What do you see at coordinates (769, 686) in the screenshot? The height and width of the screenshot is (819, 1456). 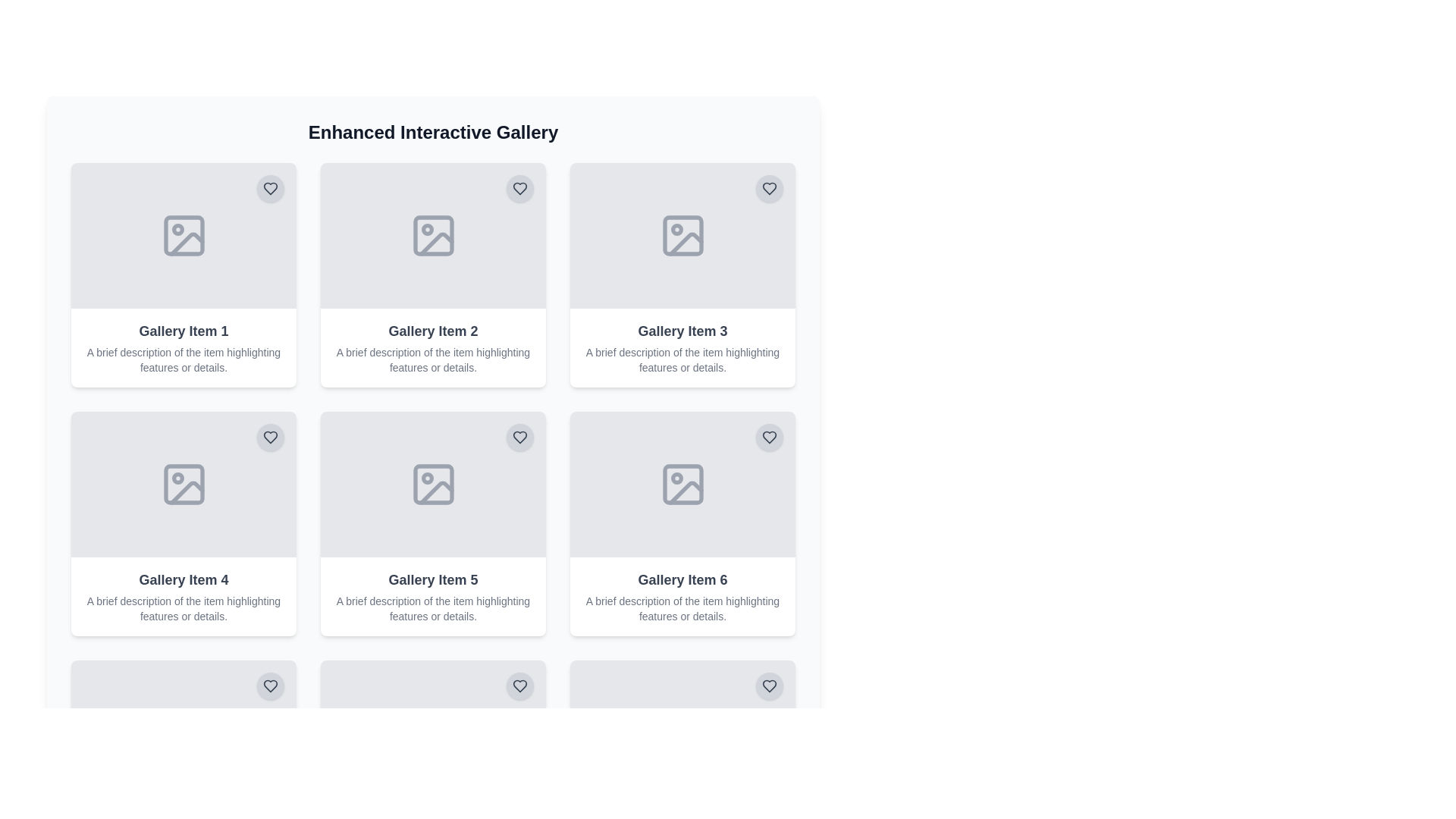 I see `the circular gray button with a heart icon in the top right corner of the sixth gallery item to favorite the item` at bounding box center [769, 686].